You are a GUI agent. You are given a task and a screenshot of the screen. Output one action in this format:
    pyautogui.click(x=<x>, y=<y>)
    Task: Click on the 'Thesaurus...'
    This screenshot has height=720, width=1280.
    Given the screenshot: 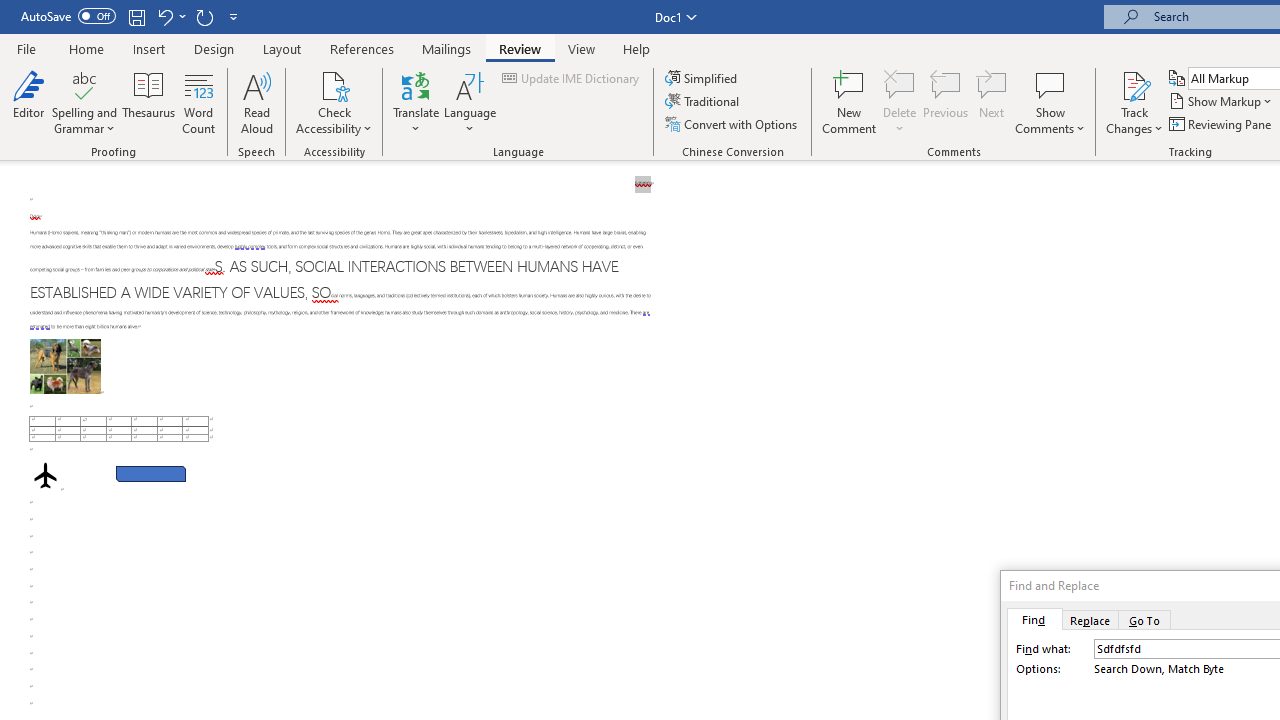 What is the action you would take?
    pyautogui.click(x=148, y=103)
    